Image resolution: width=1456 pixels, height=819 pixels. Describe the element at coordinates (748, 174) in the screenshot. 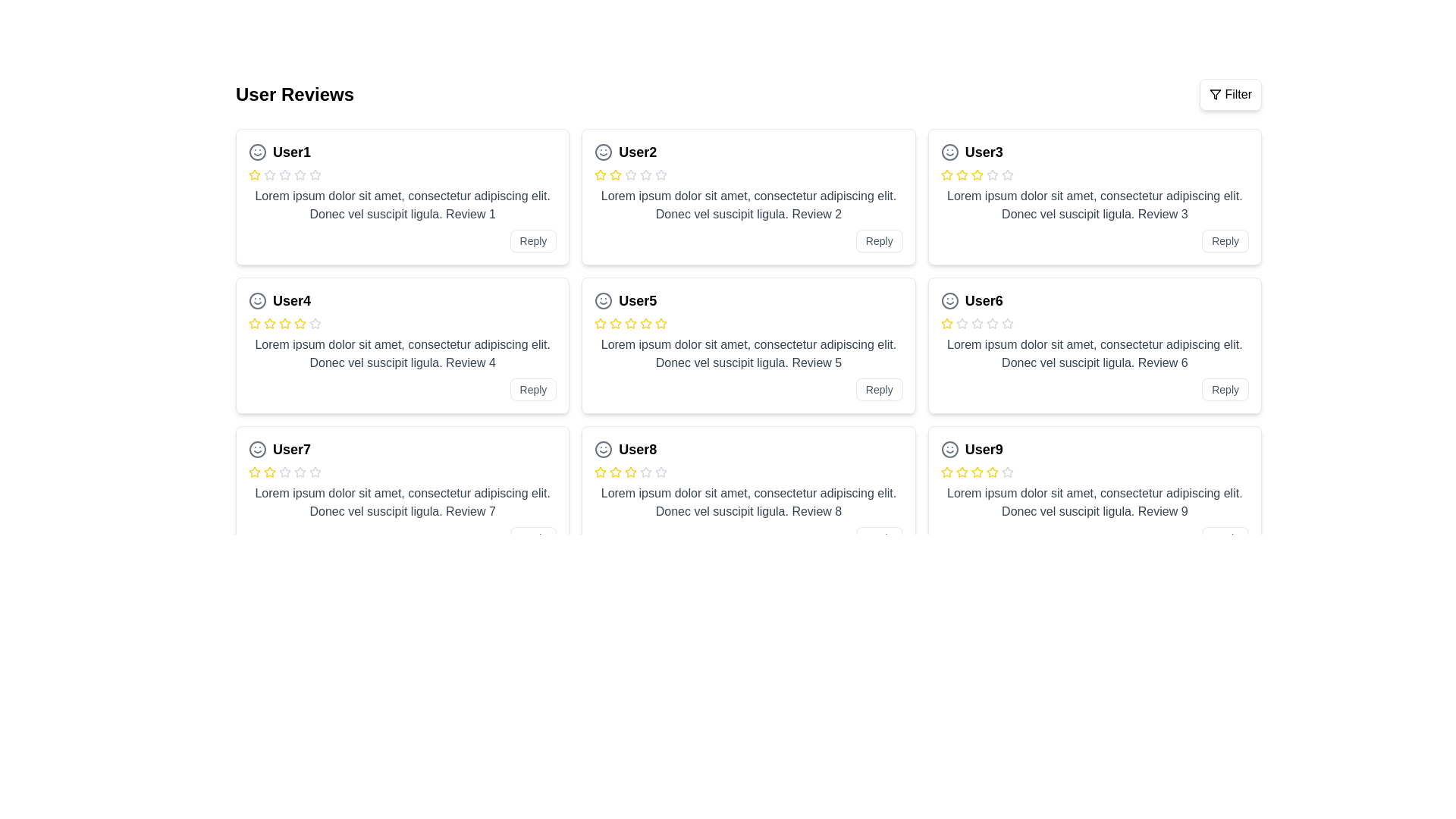

I see `the non-interactive Rating control displayed as five star-shaped icons, where the first two stars are yellow and the remaining three are gray, located within the review card labeled 'User2'` at that location.